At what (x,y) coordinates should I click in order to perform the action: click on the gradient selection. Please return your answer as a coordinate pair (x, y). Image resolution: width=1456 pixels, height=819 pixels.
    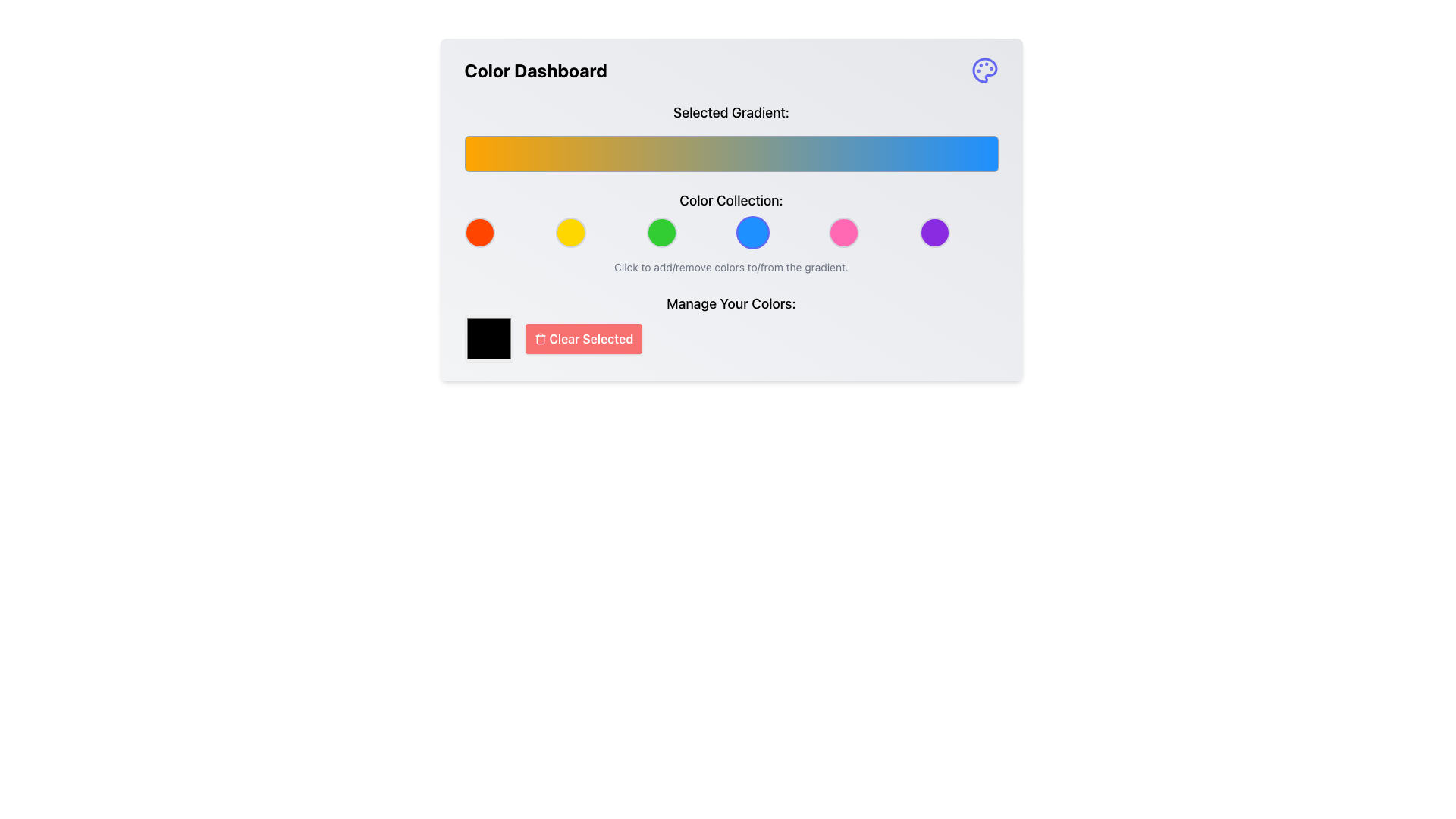
    Looking at the image, I should click on (538, 154).